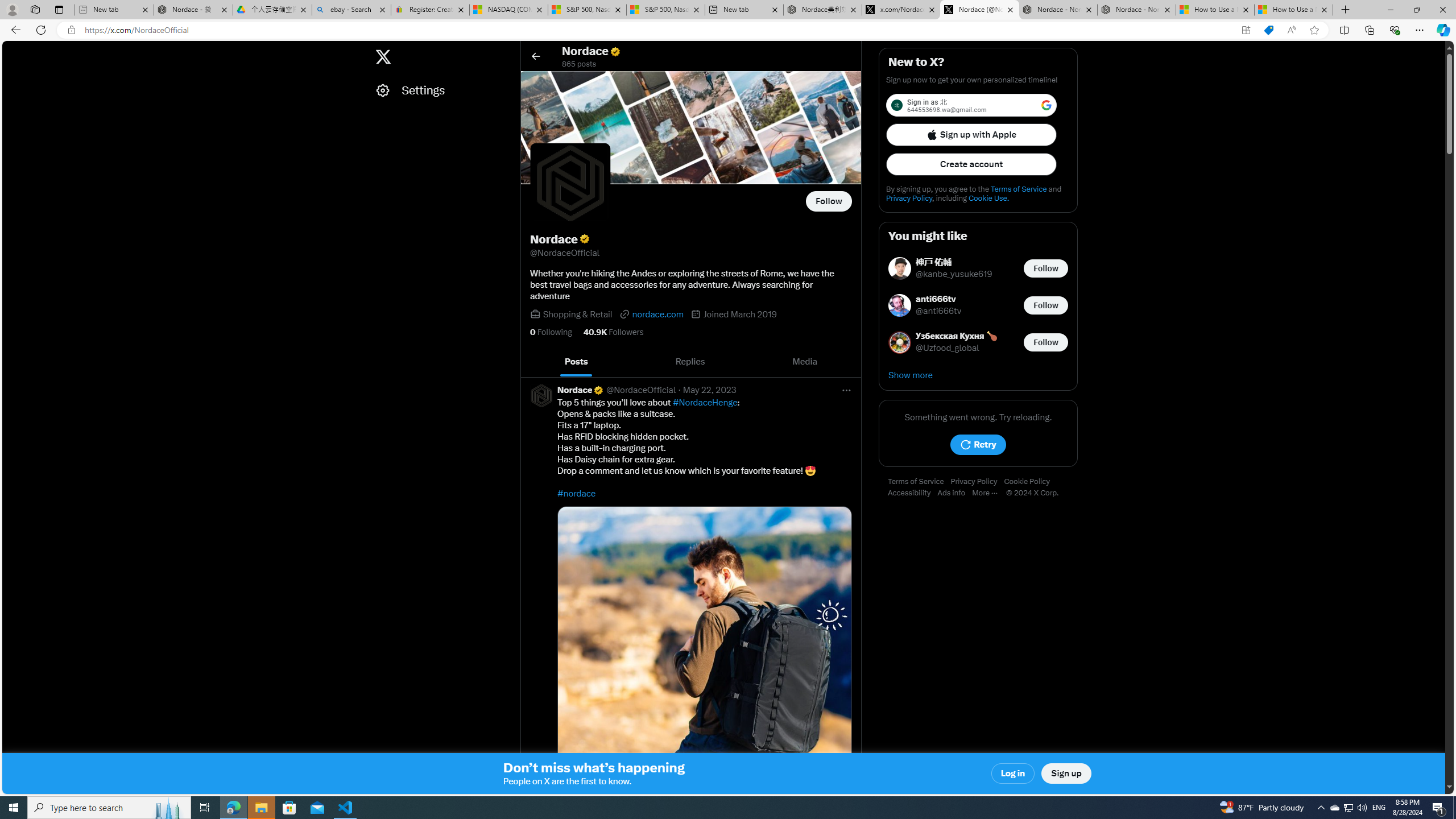 The height and width of the screenshot is (819, 1456). What do you see at coordinates (954, 274) in the screenshot?
I see `'@kanbe_yusuke619'` at bounding box center [954, 274].